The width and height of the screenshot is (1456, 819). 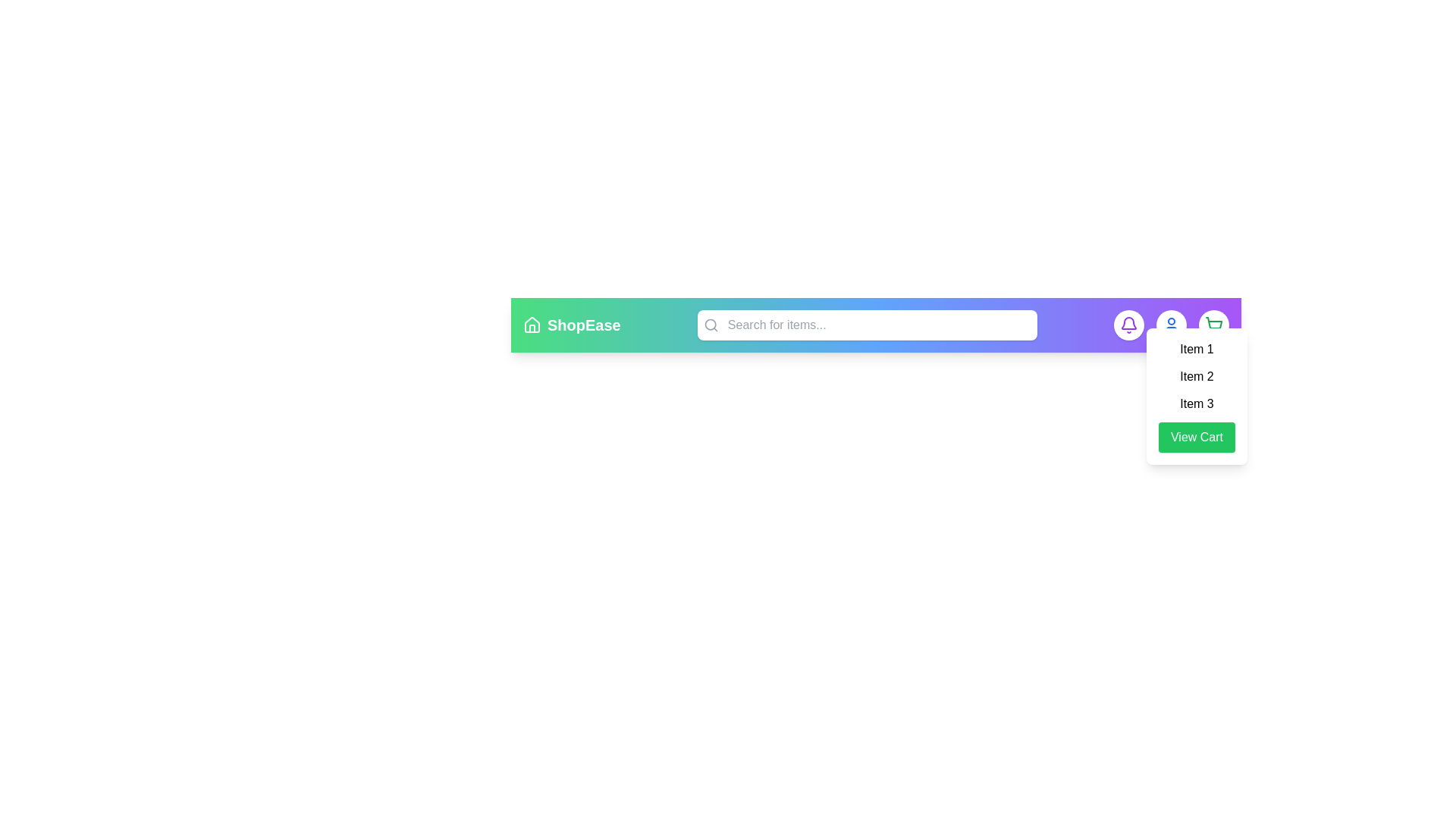 What do you see at coordinates (1196, 438) in the screenshot?
I see `'View Cart' button in the dropdown menu` at bounding box center [1196, 438].